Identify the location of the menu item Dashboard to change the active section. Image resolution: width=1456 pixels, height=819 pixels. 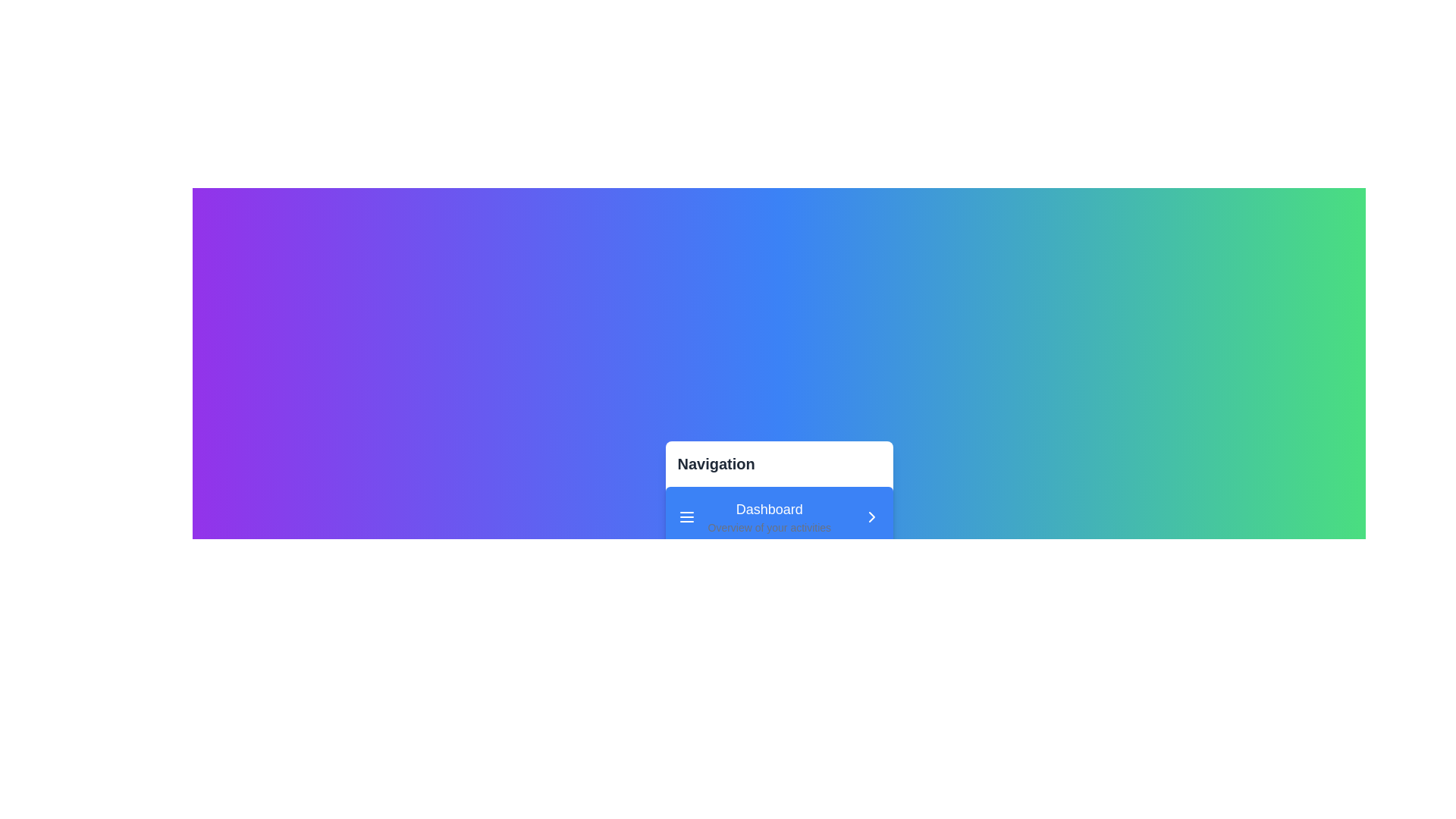
(779, 516).